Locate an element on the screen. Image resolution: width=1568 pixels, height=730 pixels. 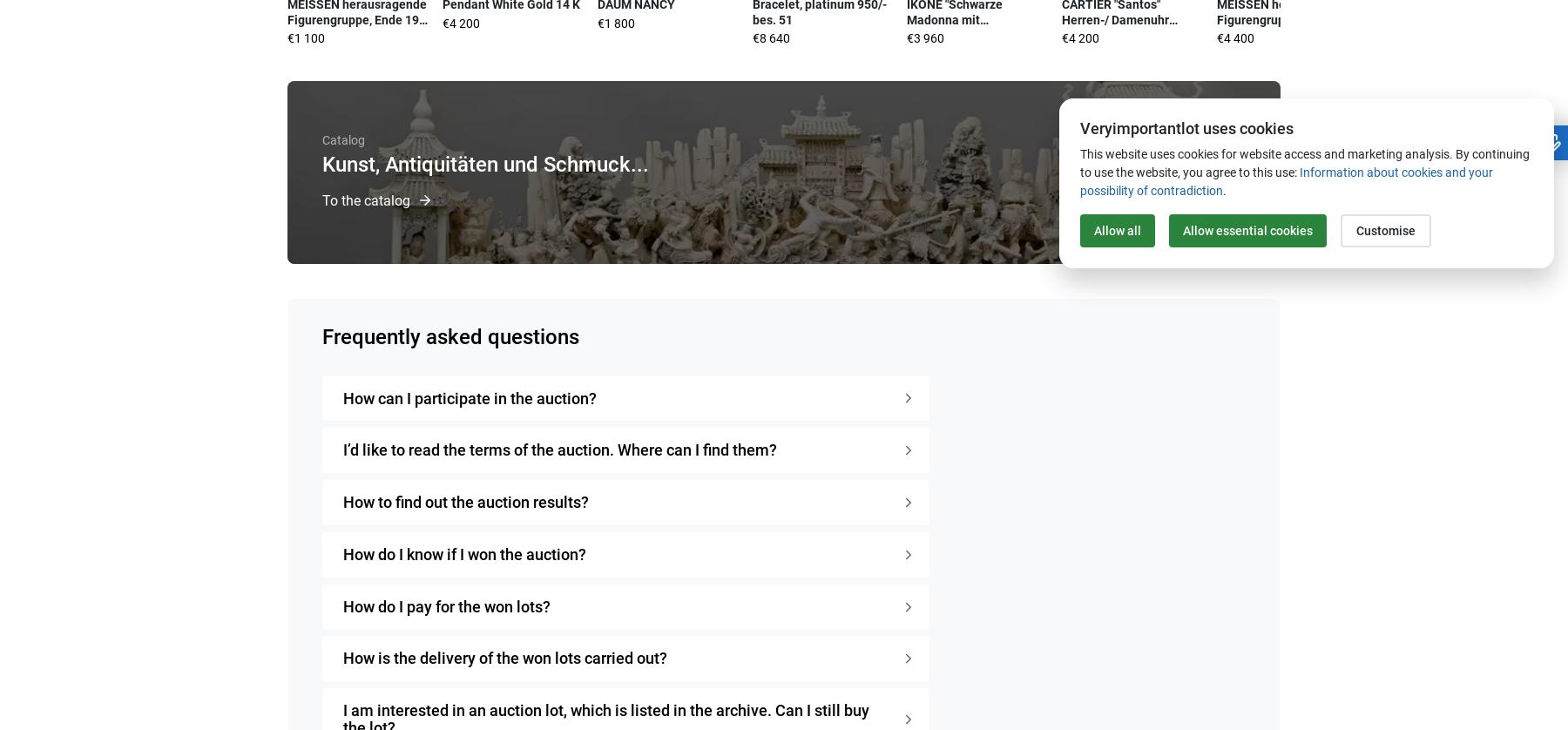
'Allow essential cookies' is located at coordinates (1247, 228).